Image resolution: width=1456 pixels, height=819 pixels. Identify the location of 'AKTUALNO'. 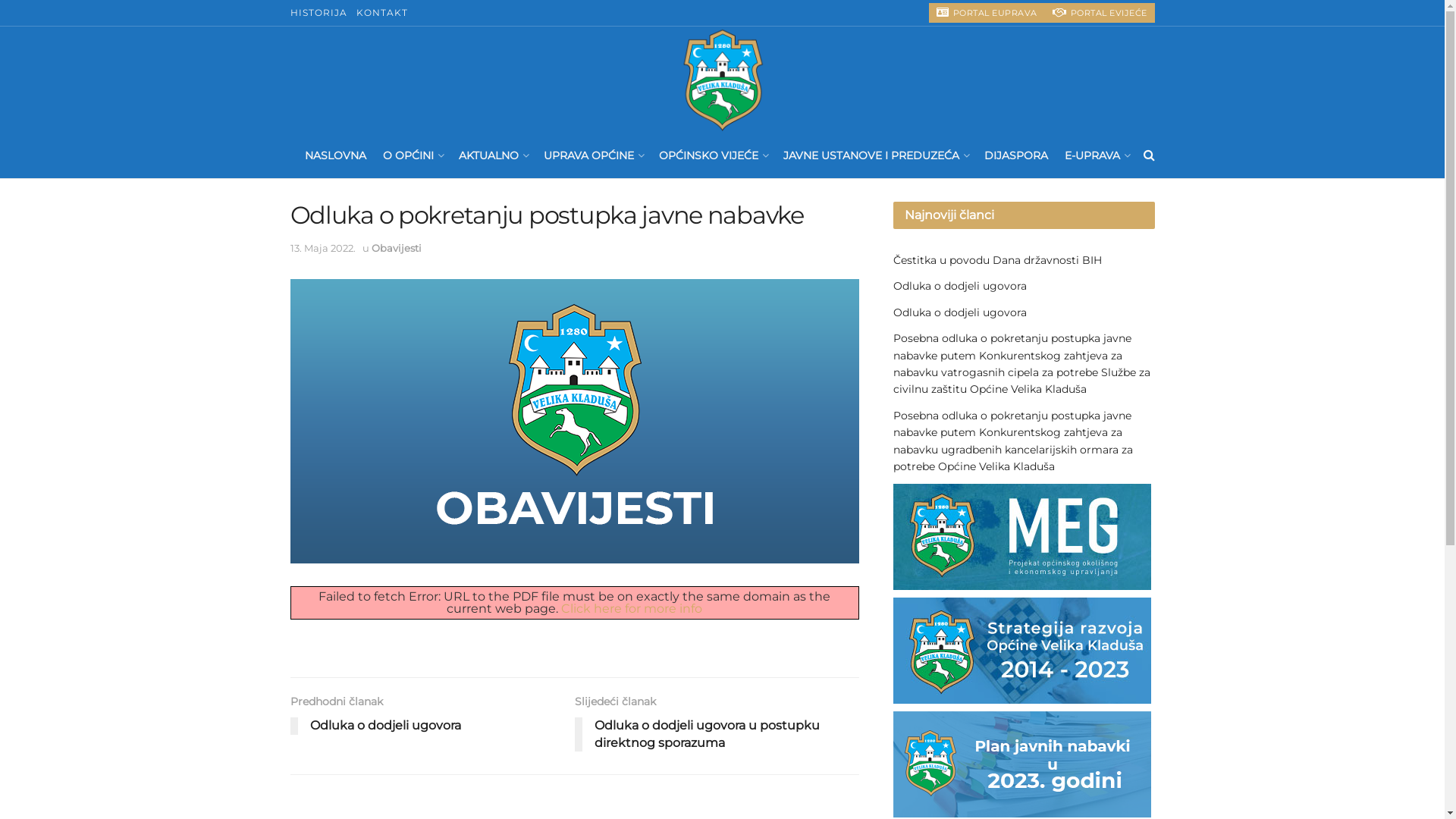
(492, 155).